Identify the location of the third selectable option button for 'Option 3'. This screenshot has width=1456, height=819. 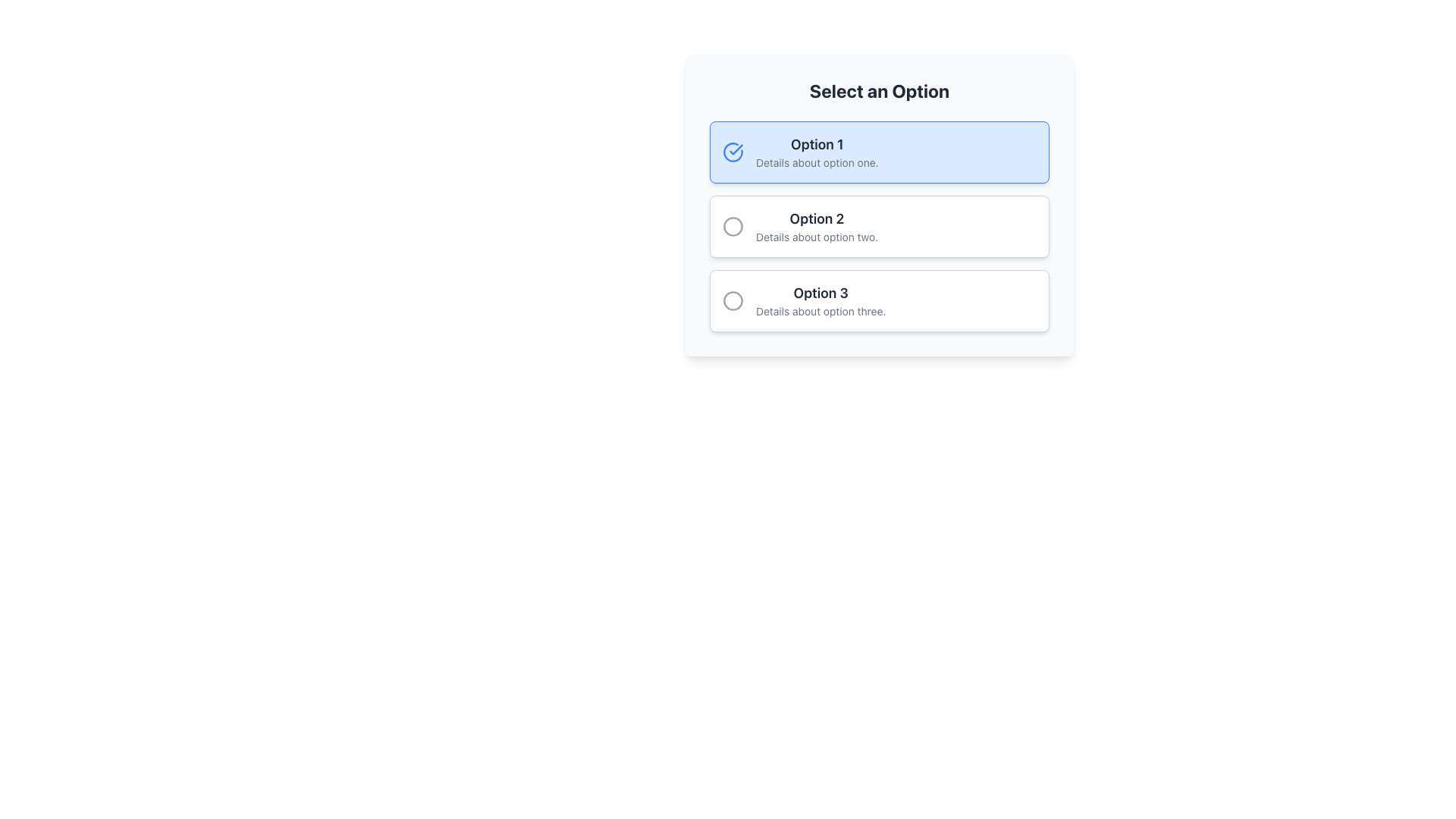
(880, 301).